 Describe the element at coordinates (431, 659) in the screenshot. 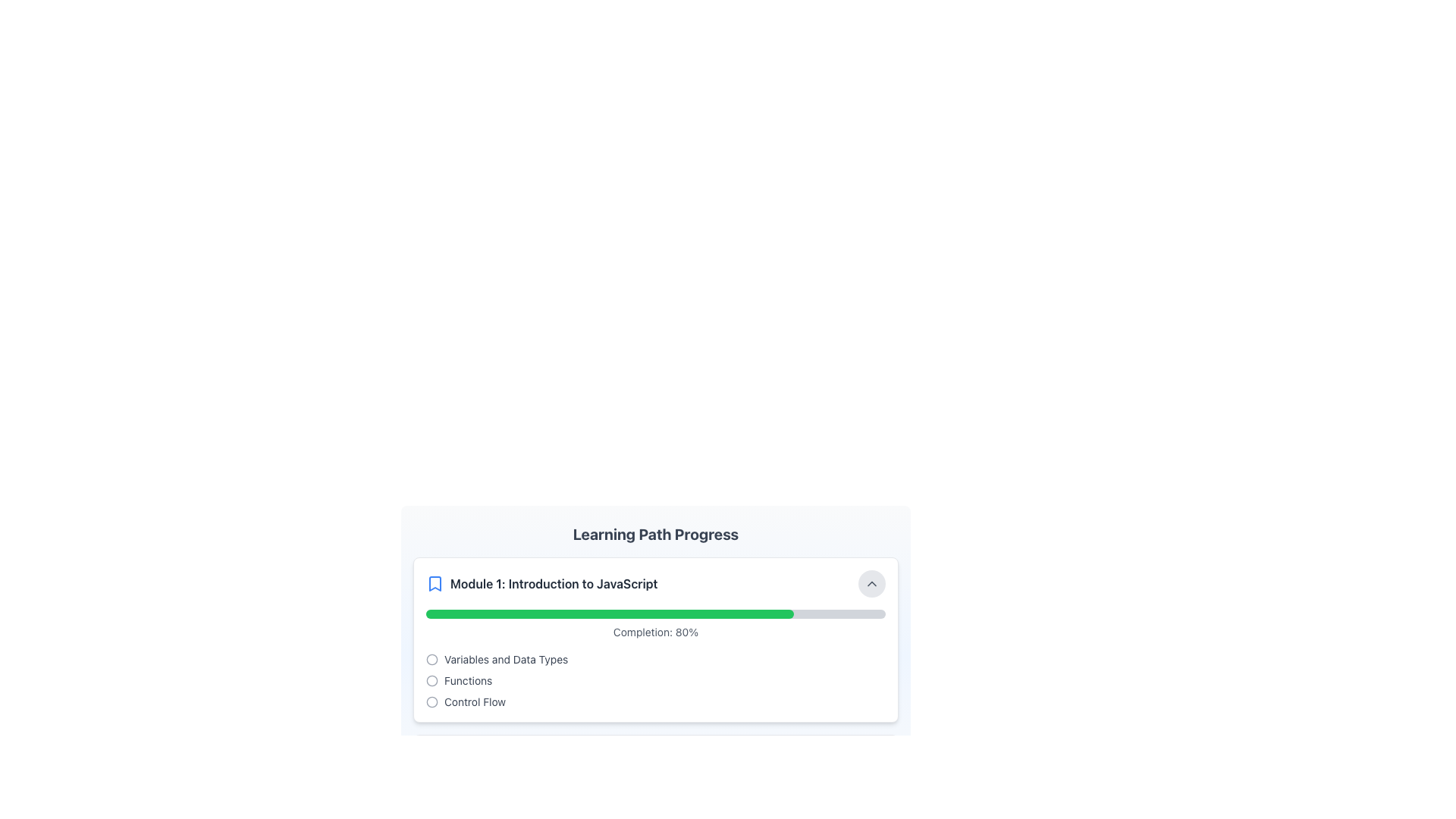

I see `the first icon located to the left of the 'Variables and Data Types' text, which serves to mark or emphasize adjacent text` at that location.